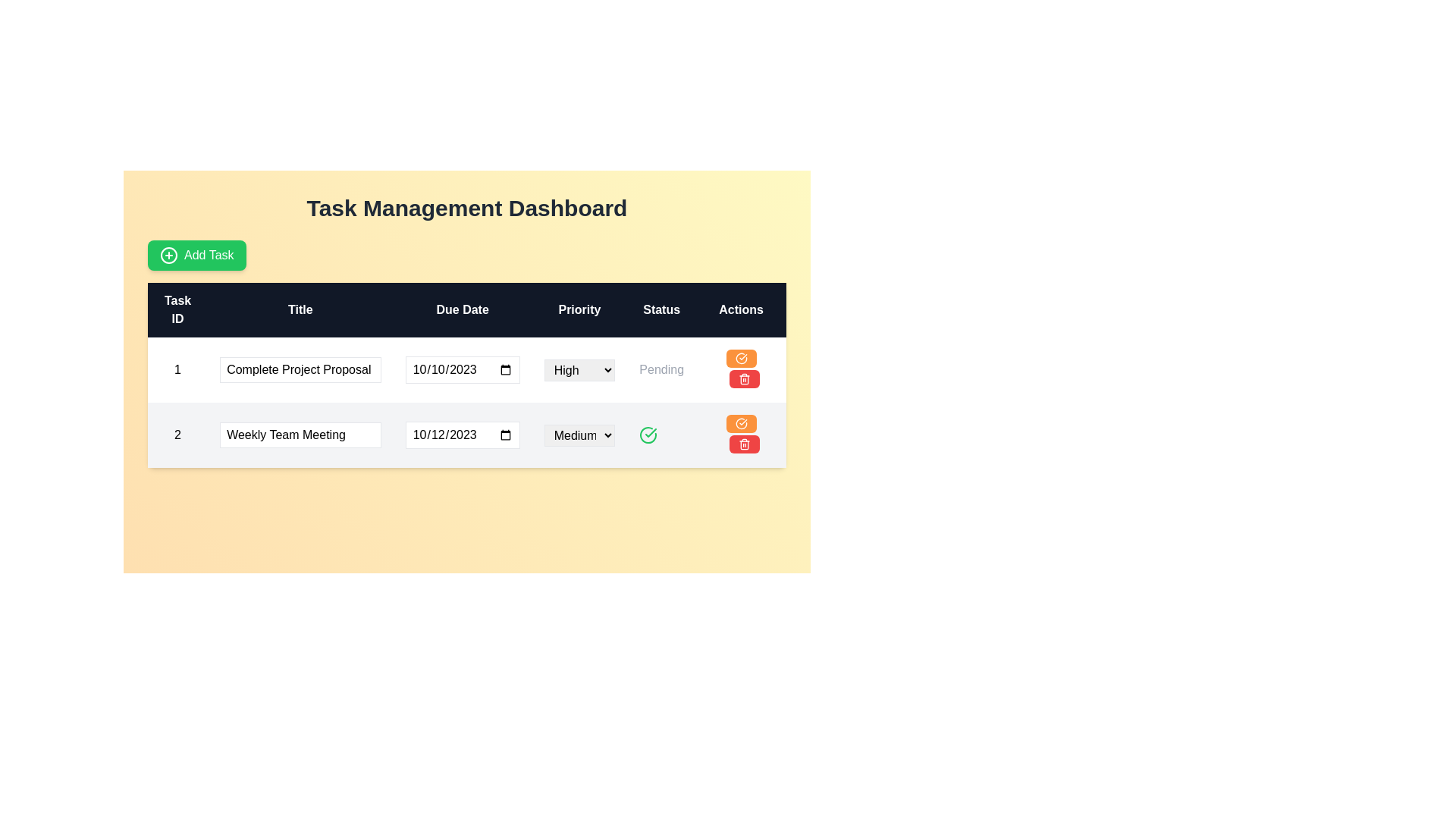 The width and height of the screenshot is (1456, 819). What do you see at coordinates (462, 435) in the screenshot?
I see `the date input field that displays '10/12/2023'` at bounding box center [462, 435].